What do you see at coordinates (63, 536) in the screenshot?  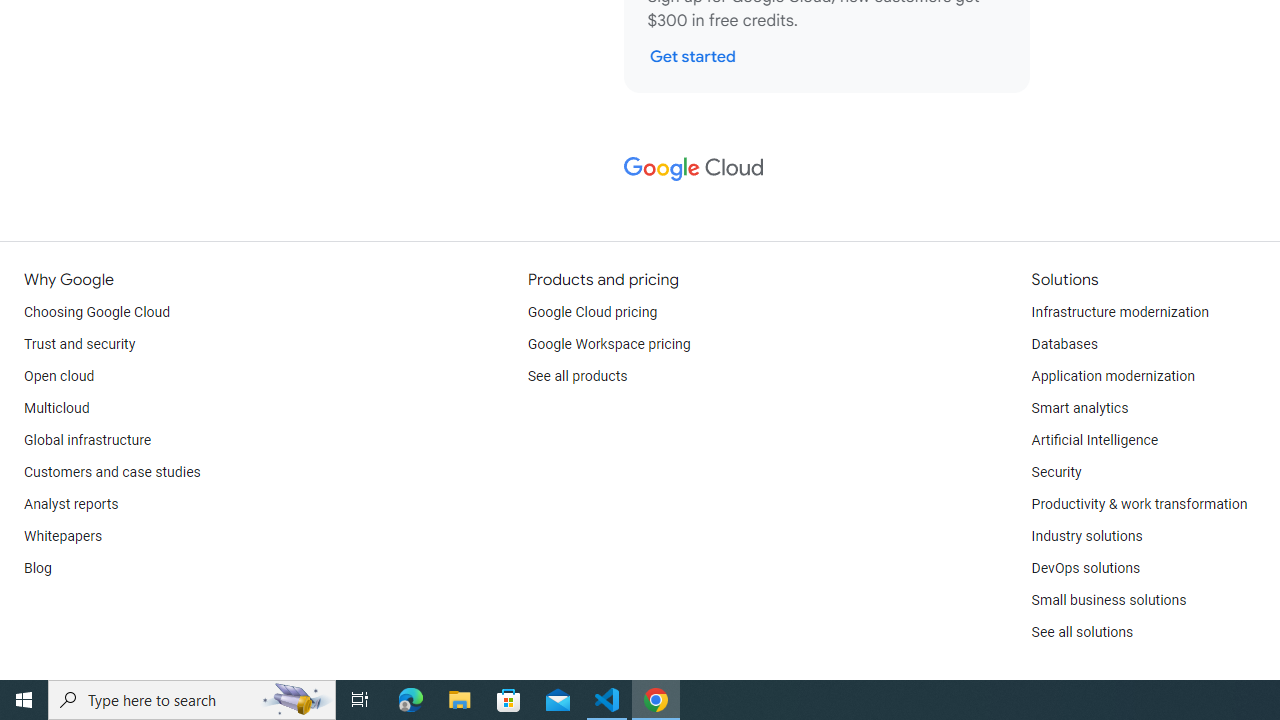 I see `'Whitepapers'` at bounding box center [63, 536].